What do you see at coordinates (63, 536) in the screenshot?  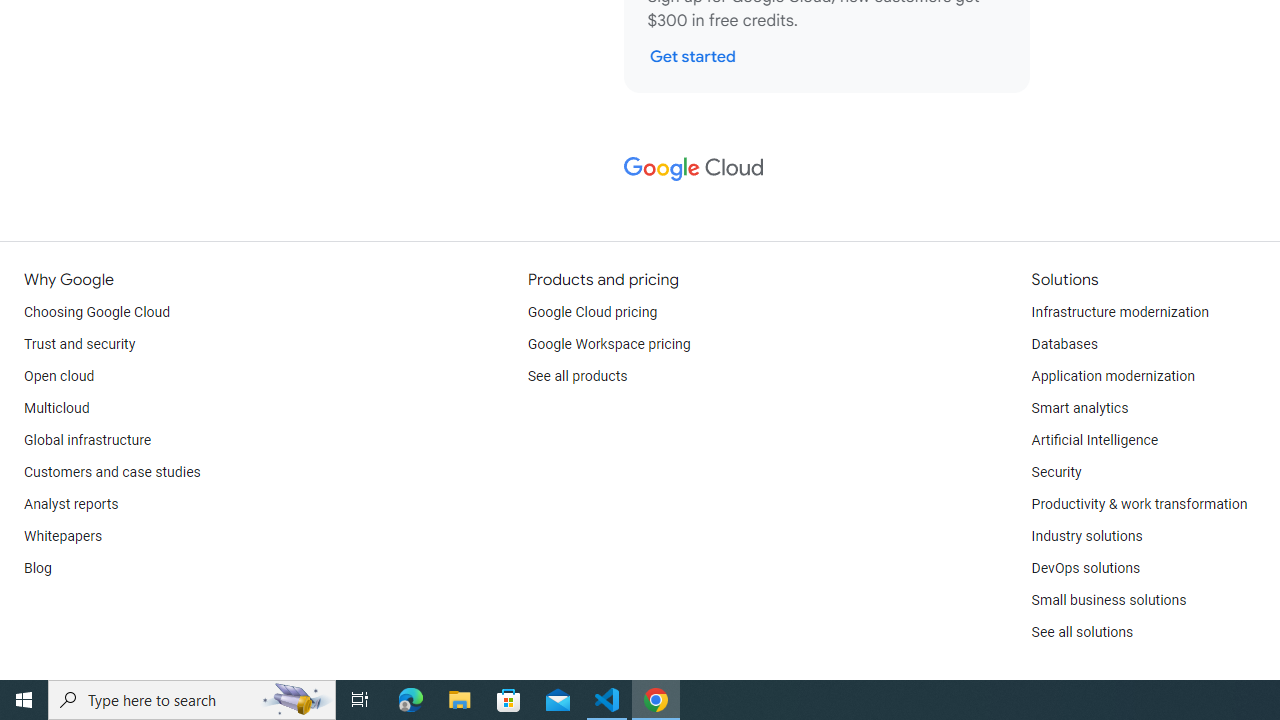 I see `'Whitepapers'` at bounding box center [63, 536].